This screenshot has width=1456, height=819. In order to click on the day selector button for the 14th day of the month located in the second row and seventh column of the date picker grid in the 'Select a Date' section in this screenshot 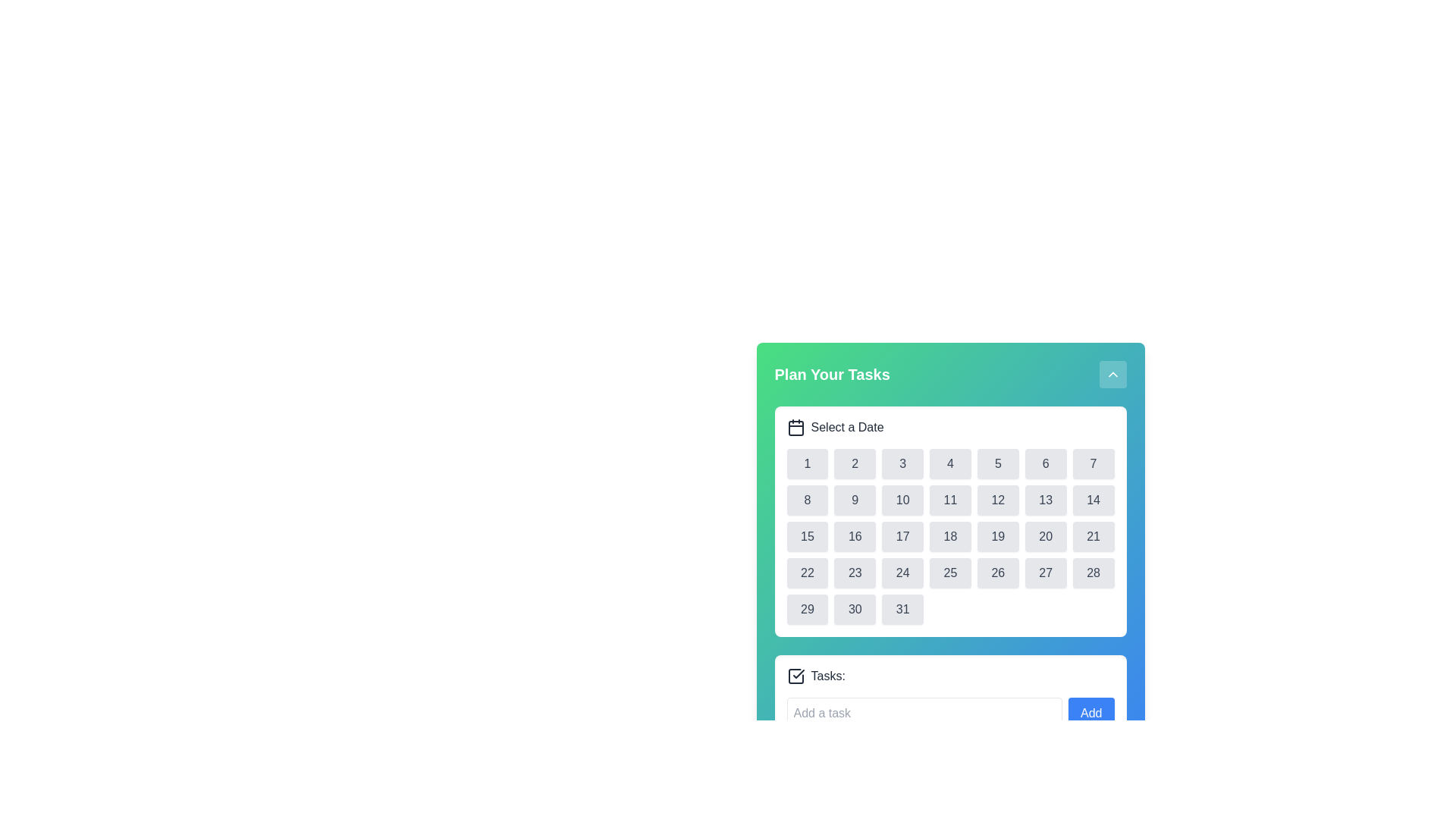, I will do `click(1094, 500)`.